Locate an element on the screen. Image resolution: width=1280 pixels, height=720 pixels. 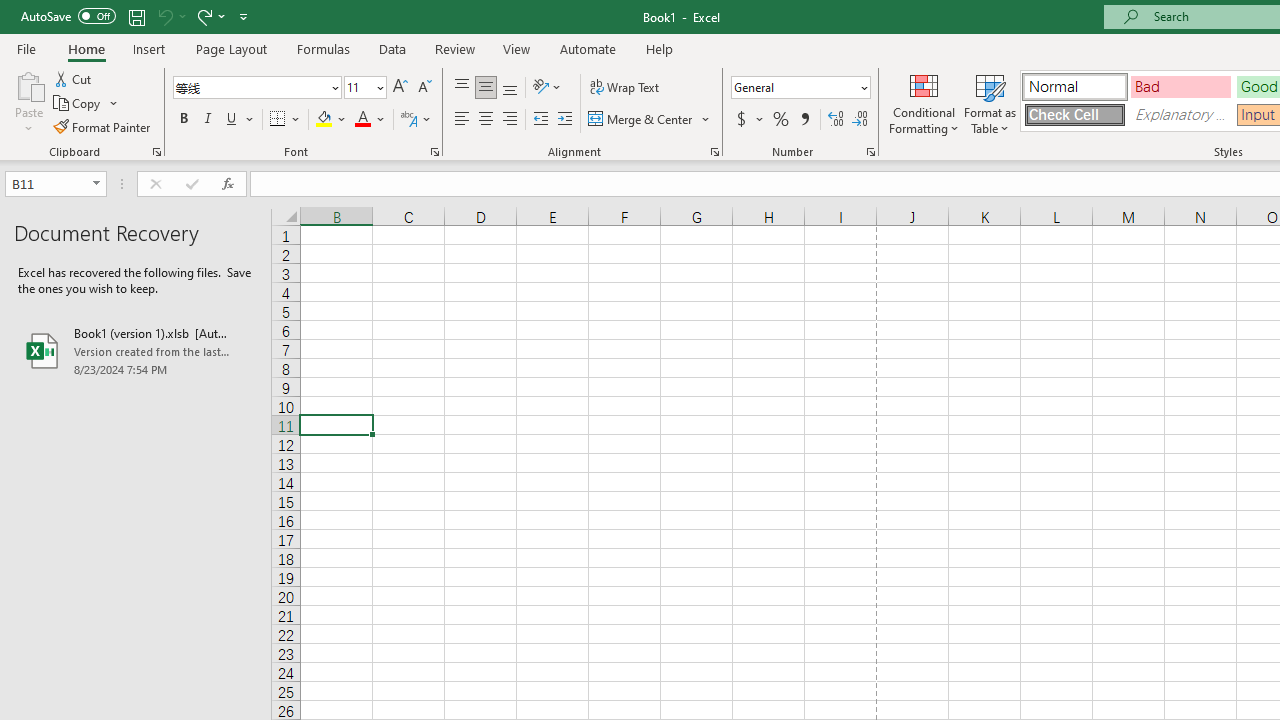
'Percent Style' is located at coordinates (780, 119).